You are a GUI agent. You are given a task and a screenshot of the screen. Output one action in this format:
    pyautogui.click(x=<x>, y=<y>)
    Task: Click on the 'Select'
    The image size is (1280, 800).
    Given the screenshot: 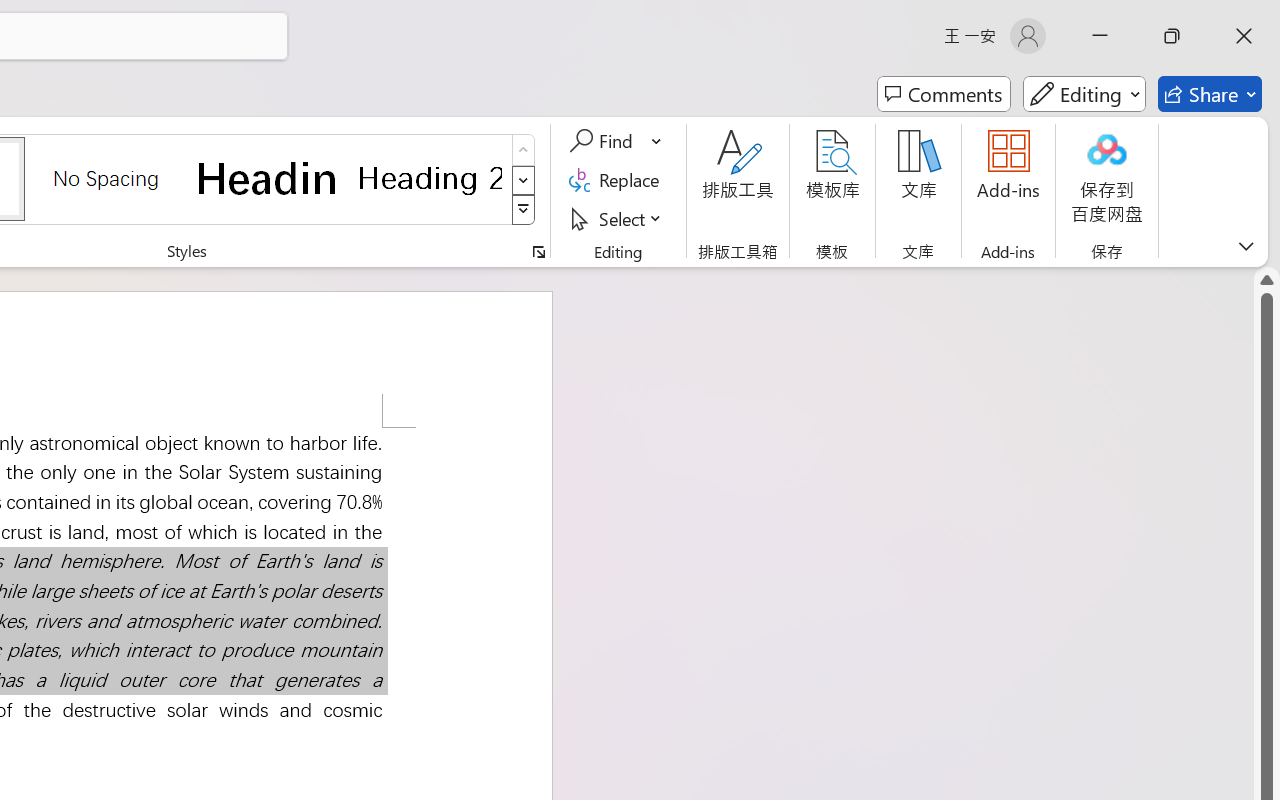 What is the action you would take?
    pyautogui.click(x=617, y=218)
    